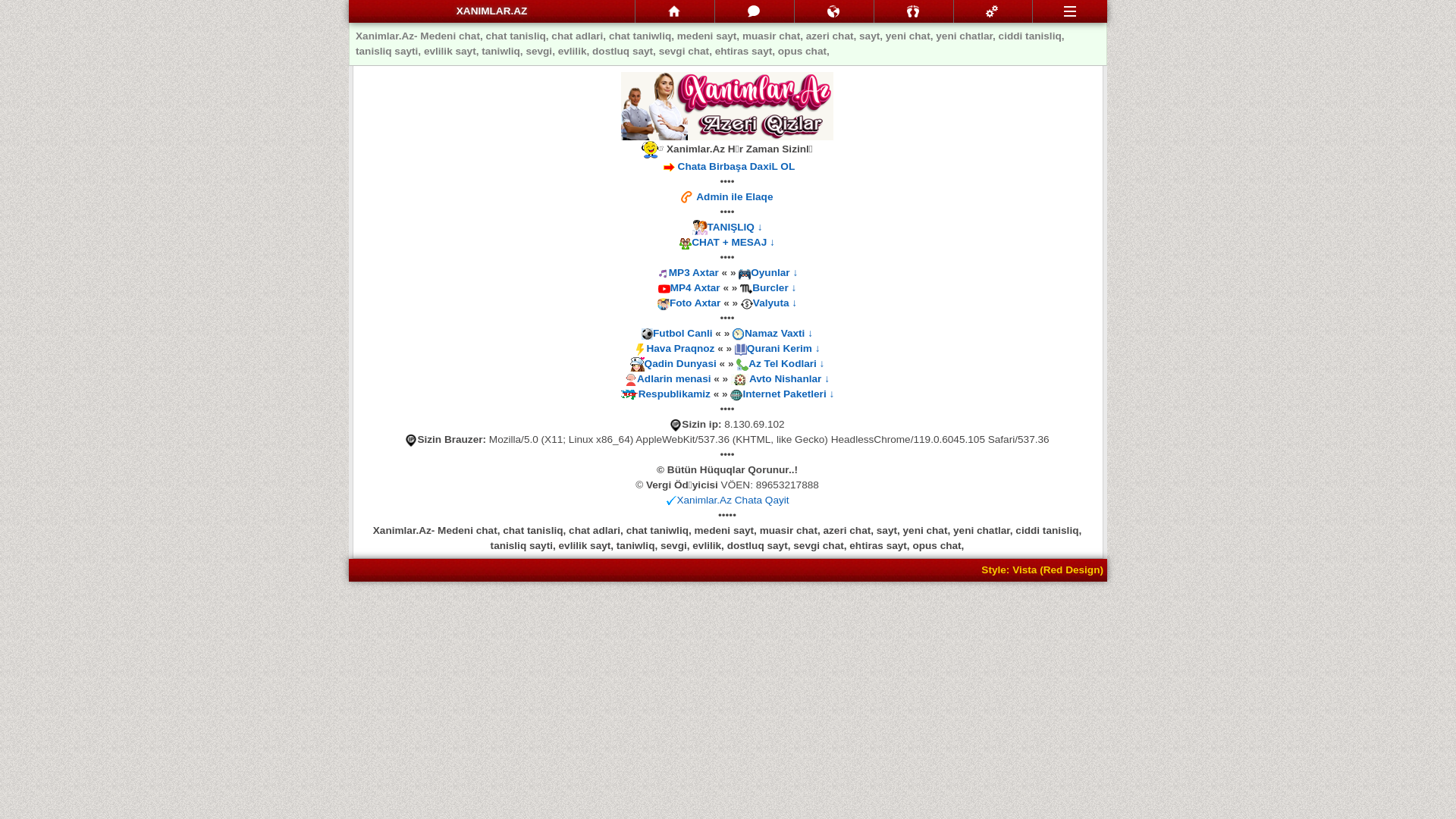  I want to click on 'Style: Vista (Red Design)', so click(981, 570).